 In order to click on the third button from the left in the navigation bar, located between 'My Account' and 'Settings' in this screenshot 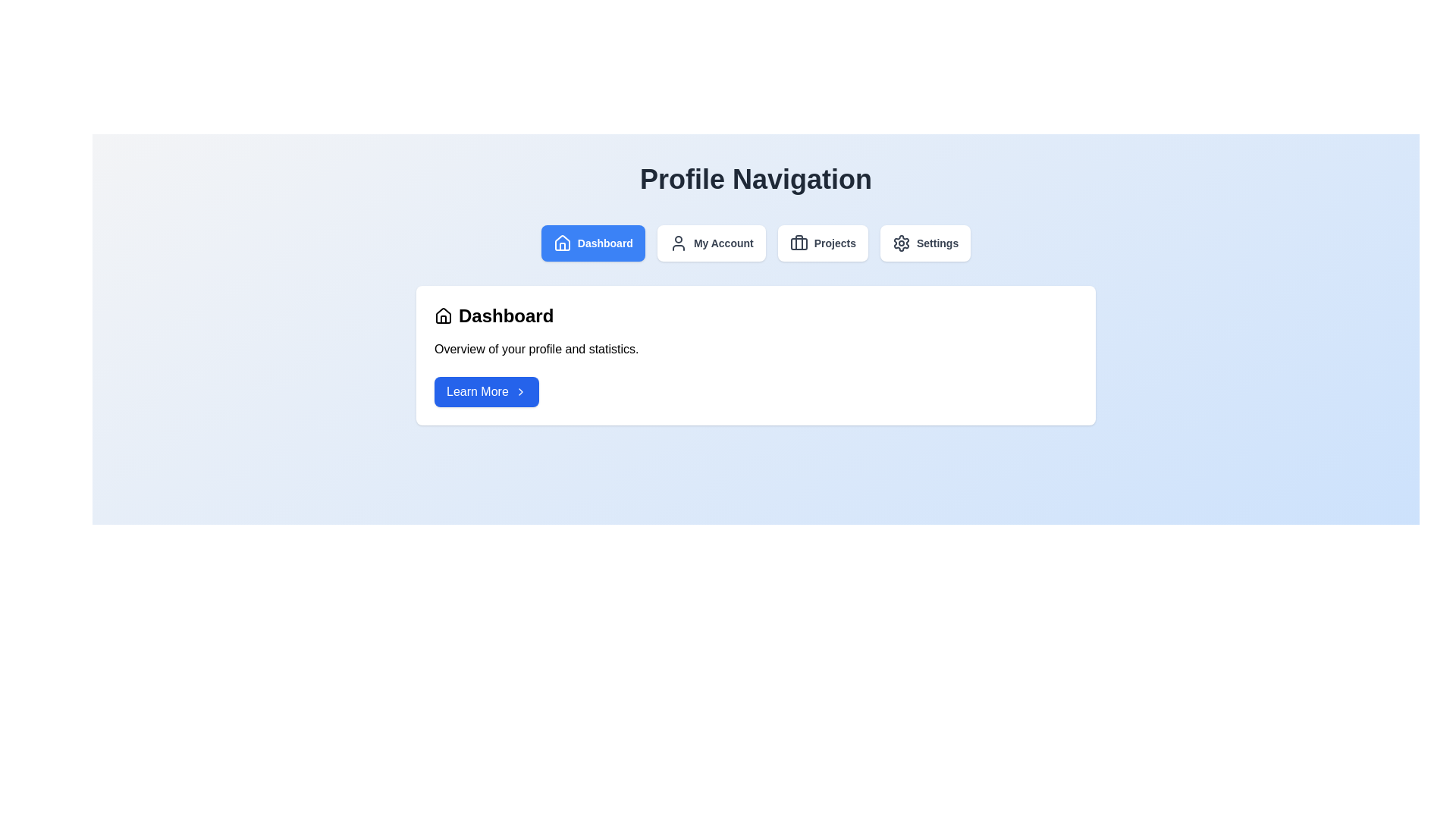, I will do `click(822, 242)`.